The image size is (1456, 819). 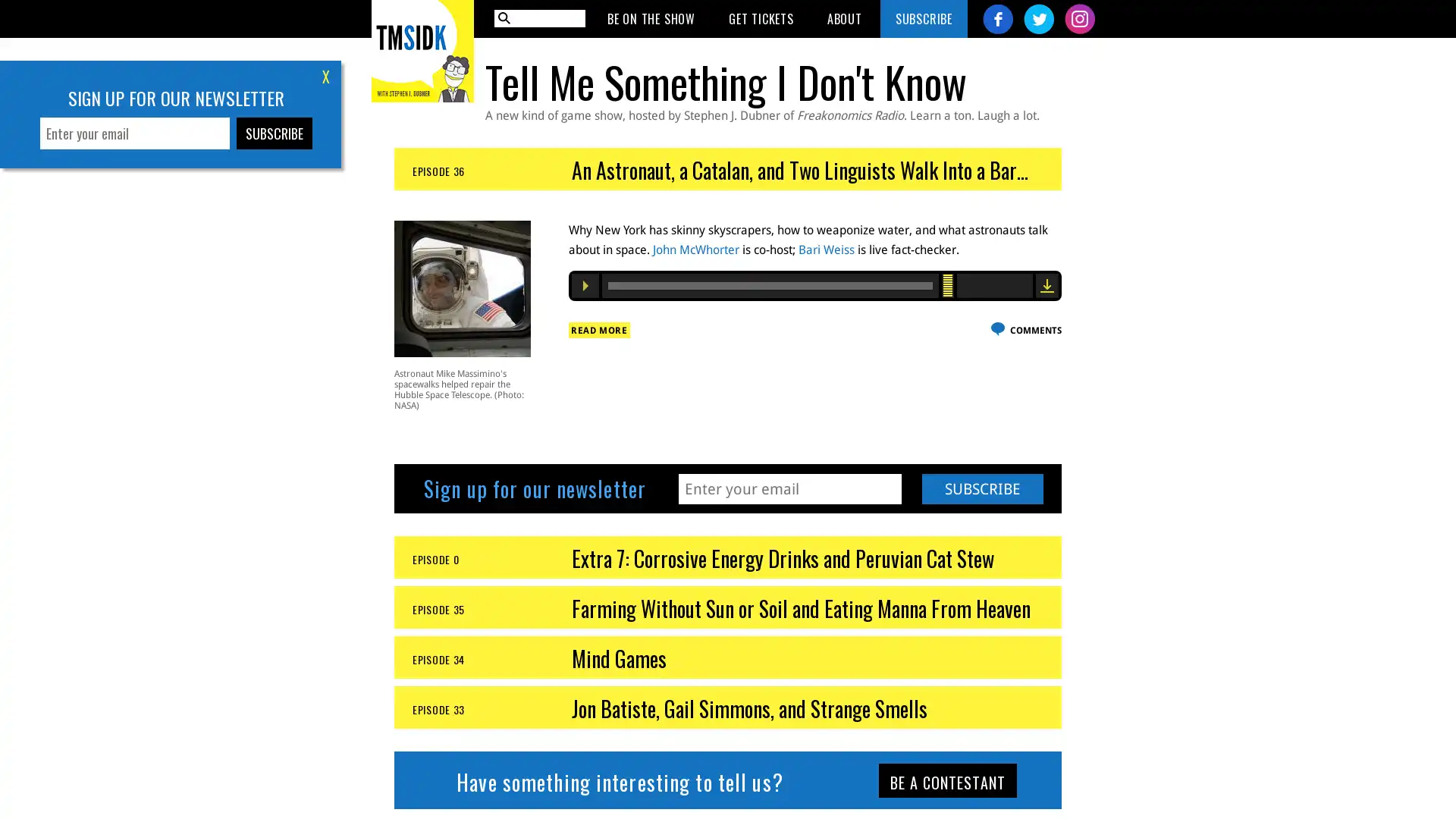 I want to click on Subscribe, so click(x=274, y=133).